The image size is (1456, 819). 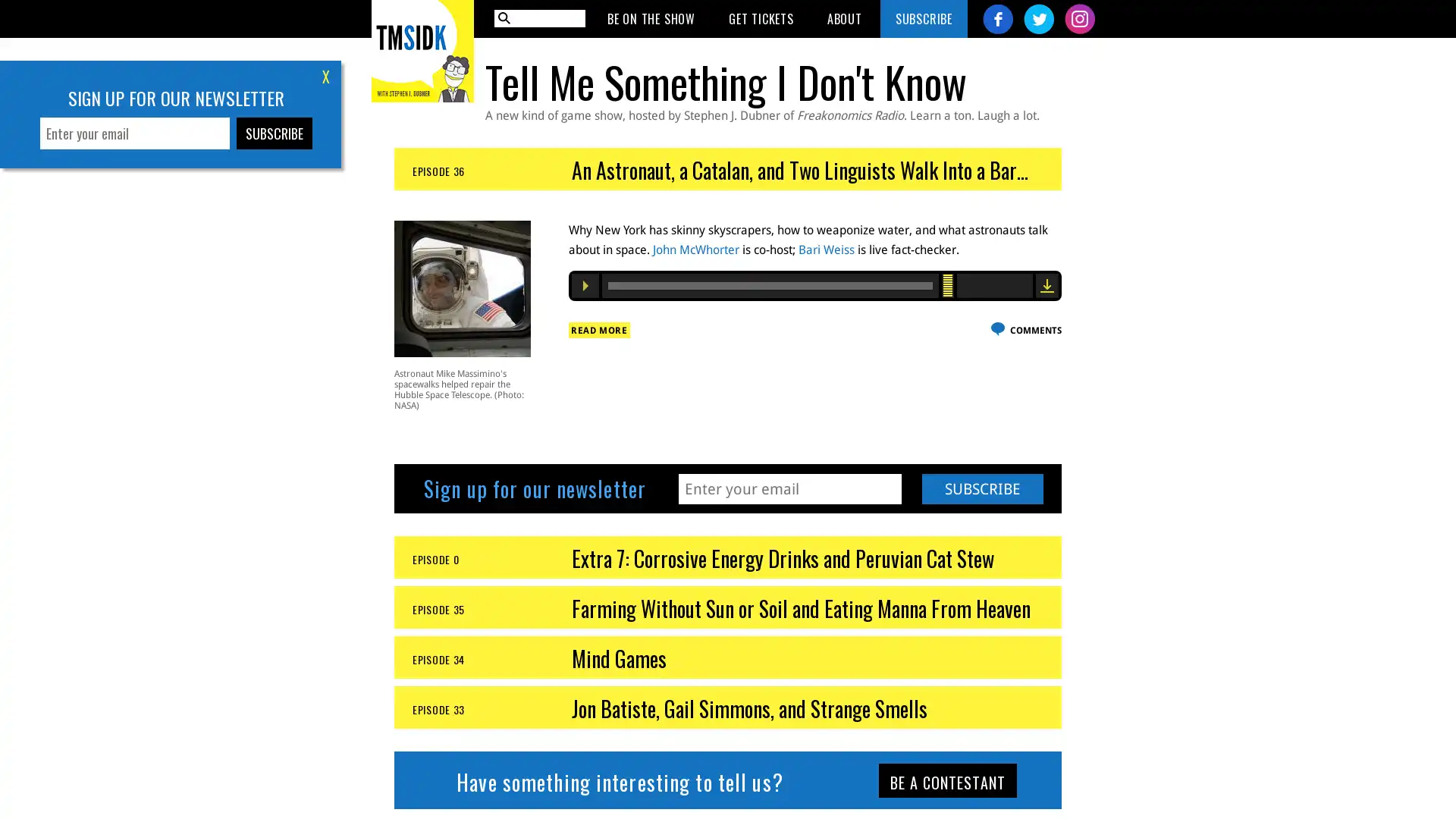 I want to click on Subscribe, so click(x=274, y=133).